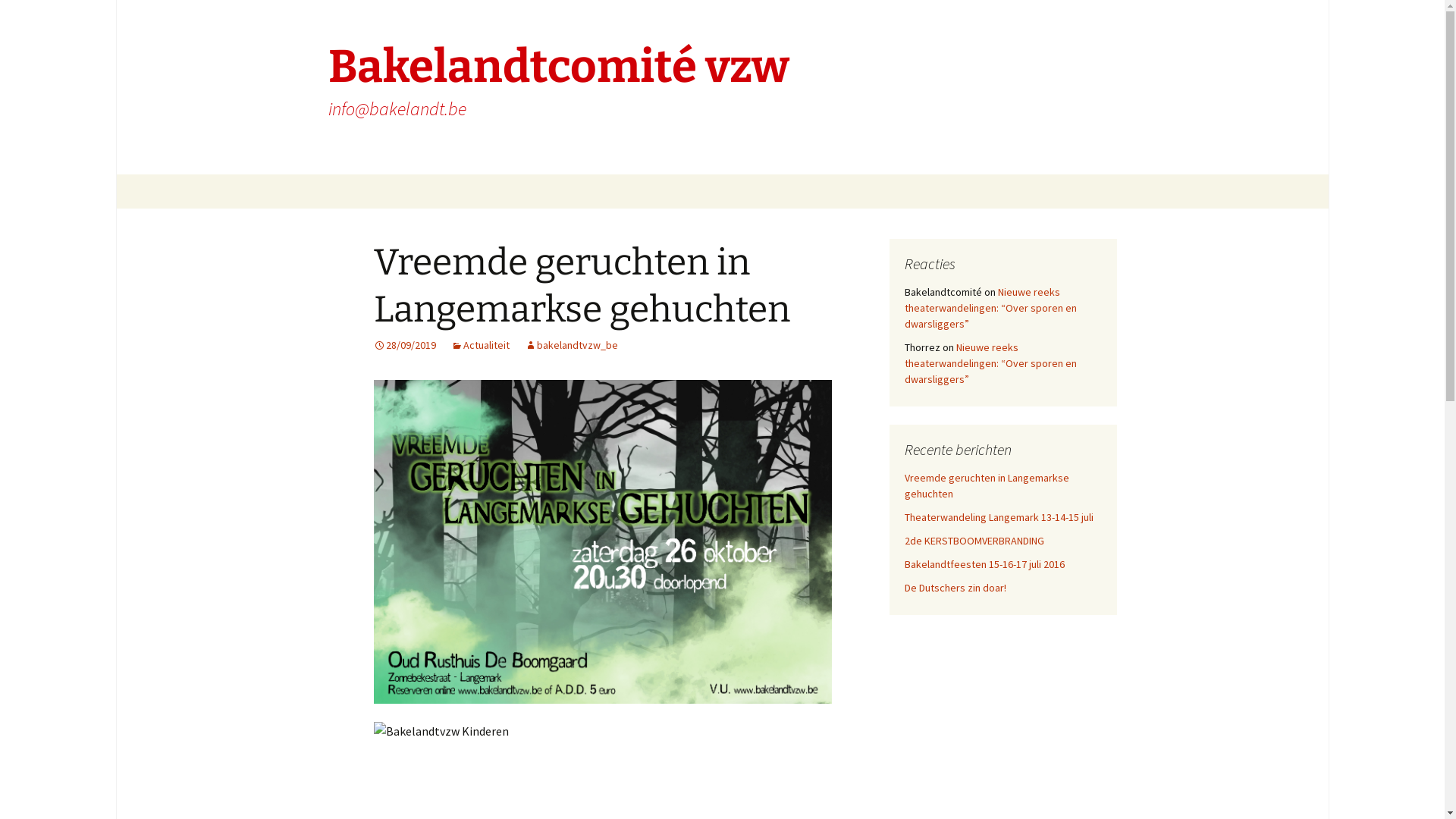  Describe the element at coordinates (984, 564) in the screenshot. I see `'Bakelandtfeesten 15-16-17 juli 2016'` at that location.